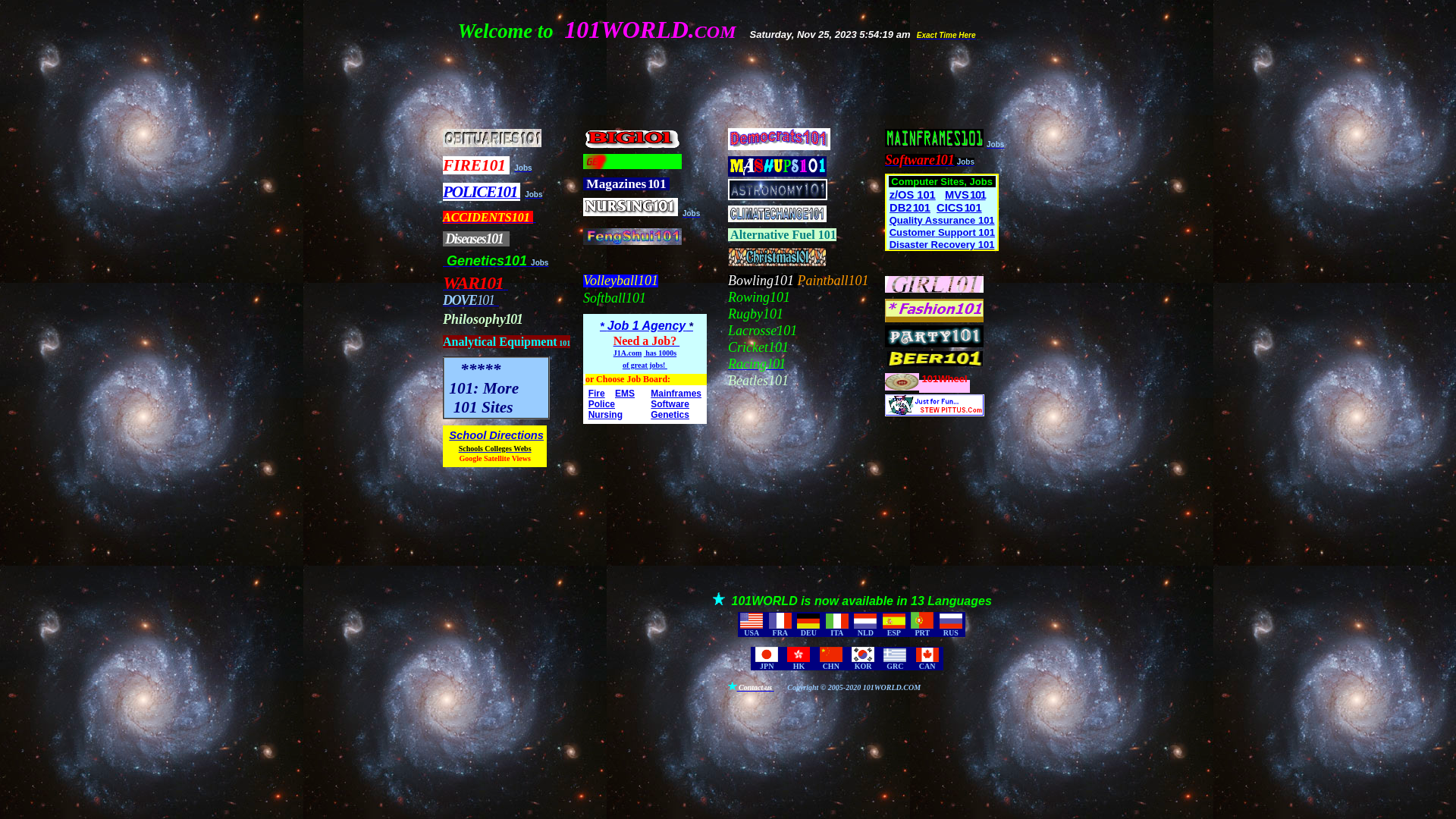 Image resolution: width=1456 pixels, height=819 pixels. I want to click on 'Recovery 101', so click(930, 243).